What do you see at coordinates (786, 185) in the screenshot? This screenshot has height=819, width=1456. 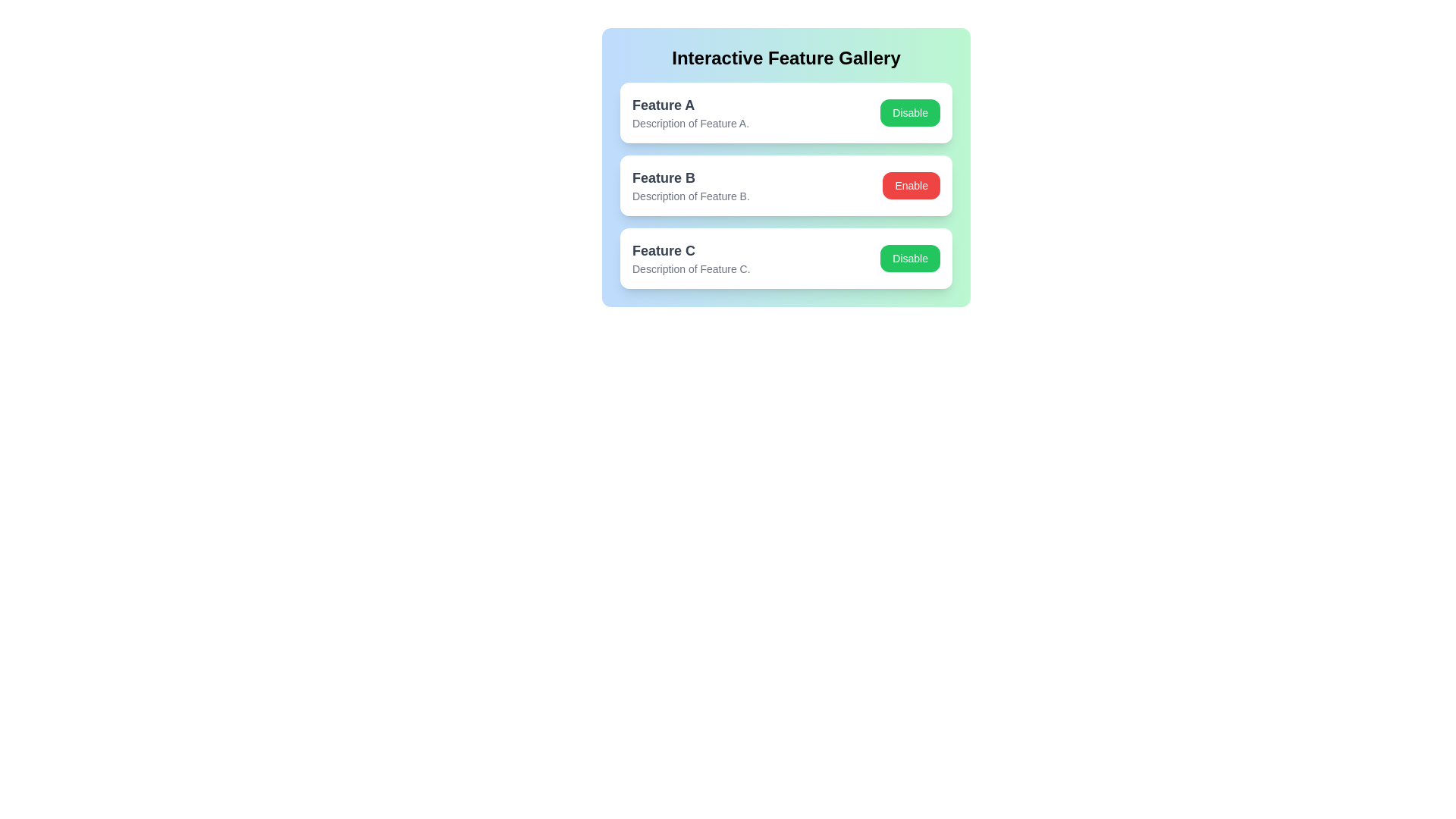 I see `the feature Feature B to observe the hover effect` at bounding box center [786, 185].